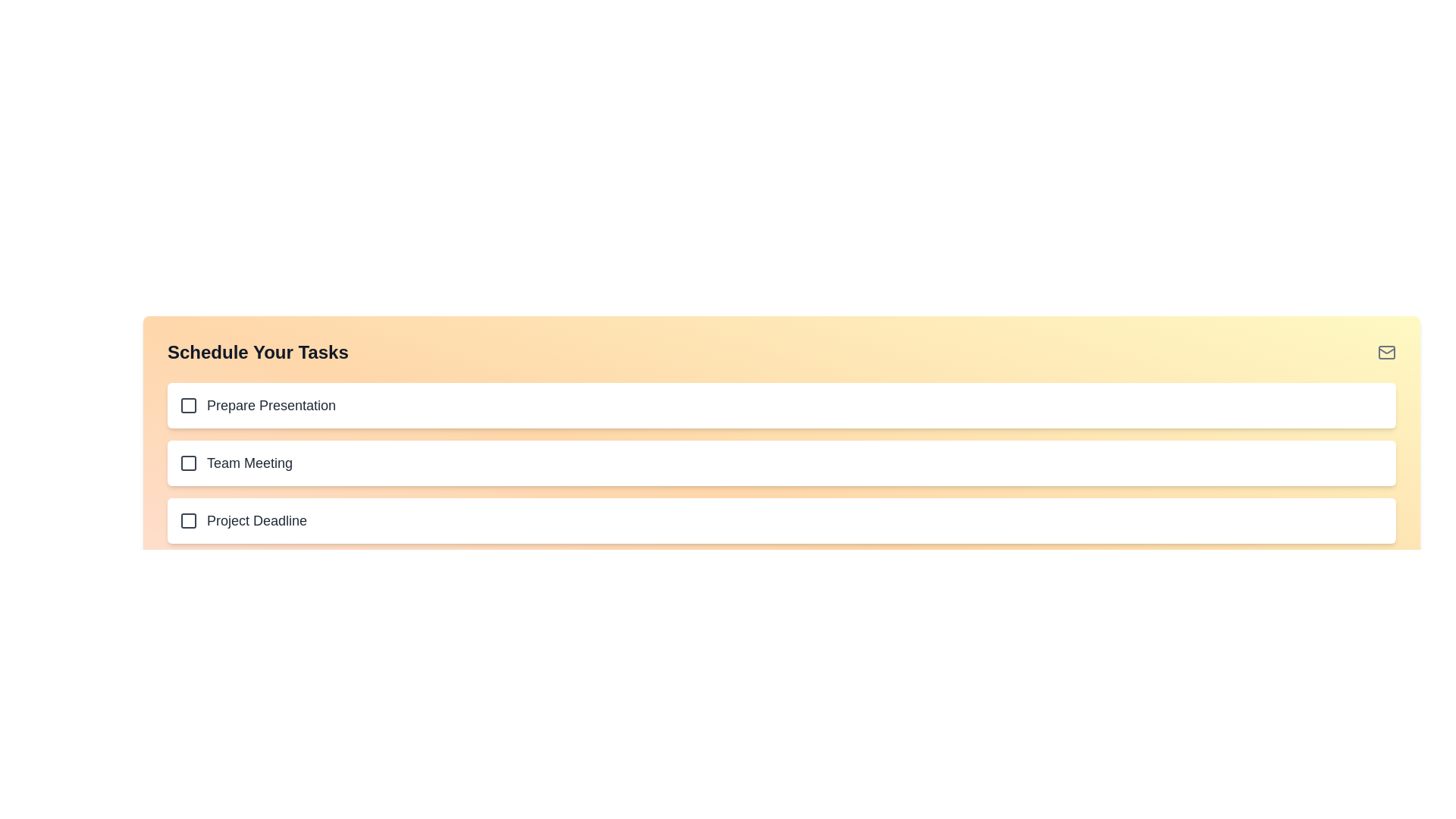 This screenshot has width=1456, height=819. What do you see at coordinates (1386, 353) in the screenshot?
I see `SVG Rectangle that represents the main body of the envelope icon located in the top right corner of the interface` at bounding box center [1386, 353].